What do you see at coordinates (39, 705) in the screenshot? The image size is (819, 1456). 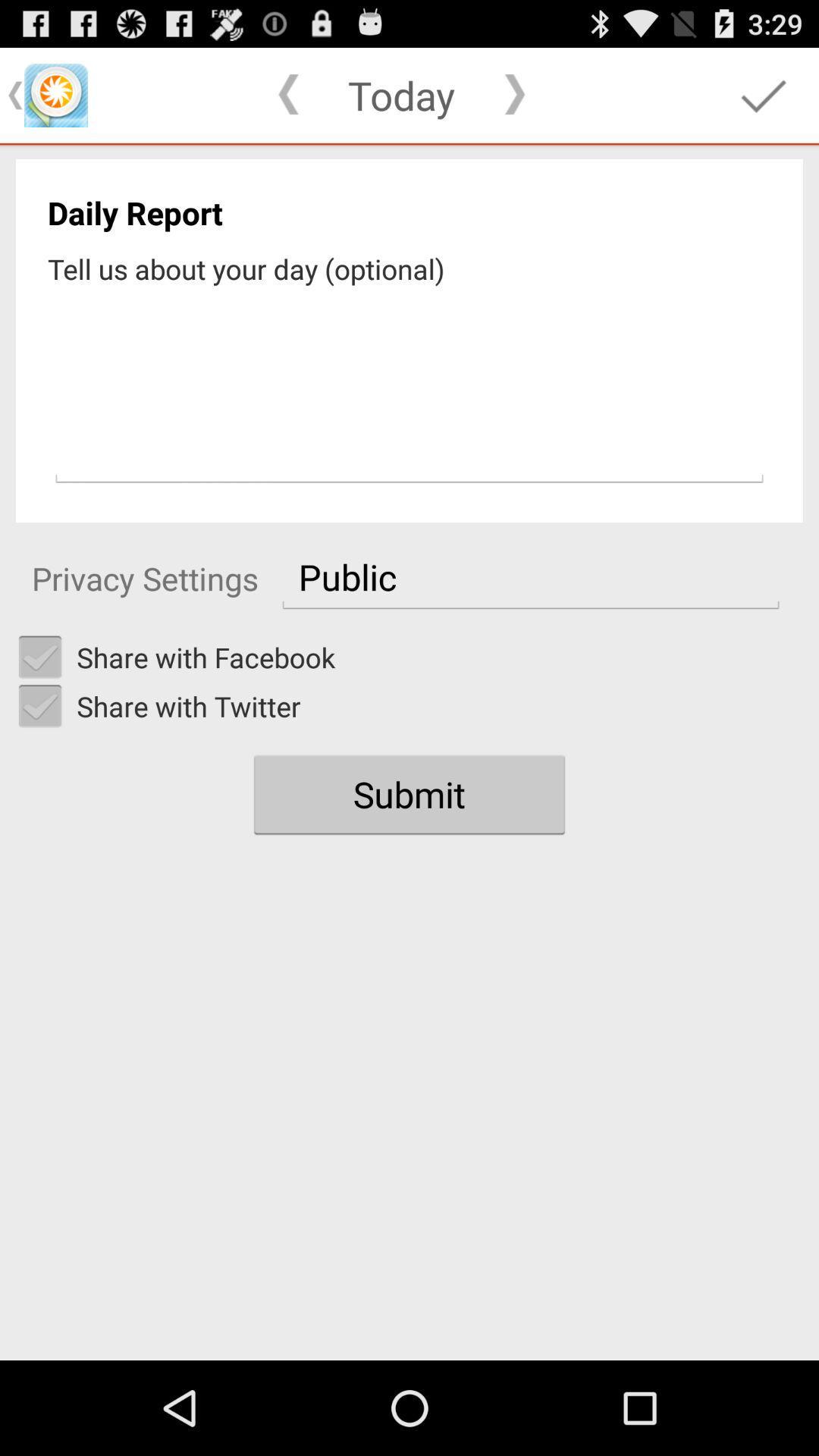 I see `tick share with twitter` at bounding box center [39, 705].